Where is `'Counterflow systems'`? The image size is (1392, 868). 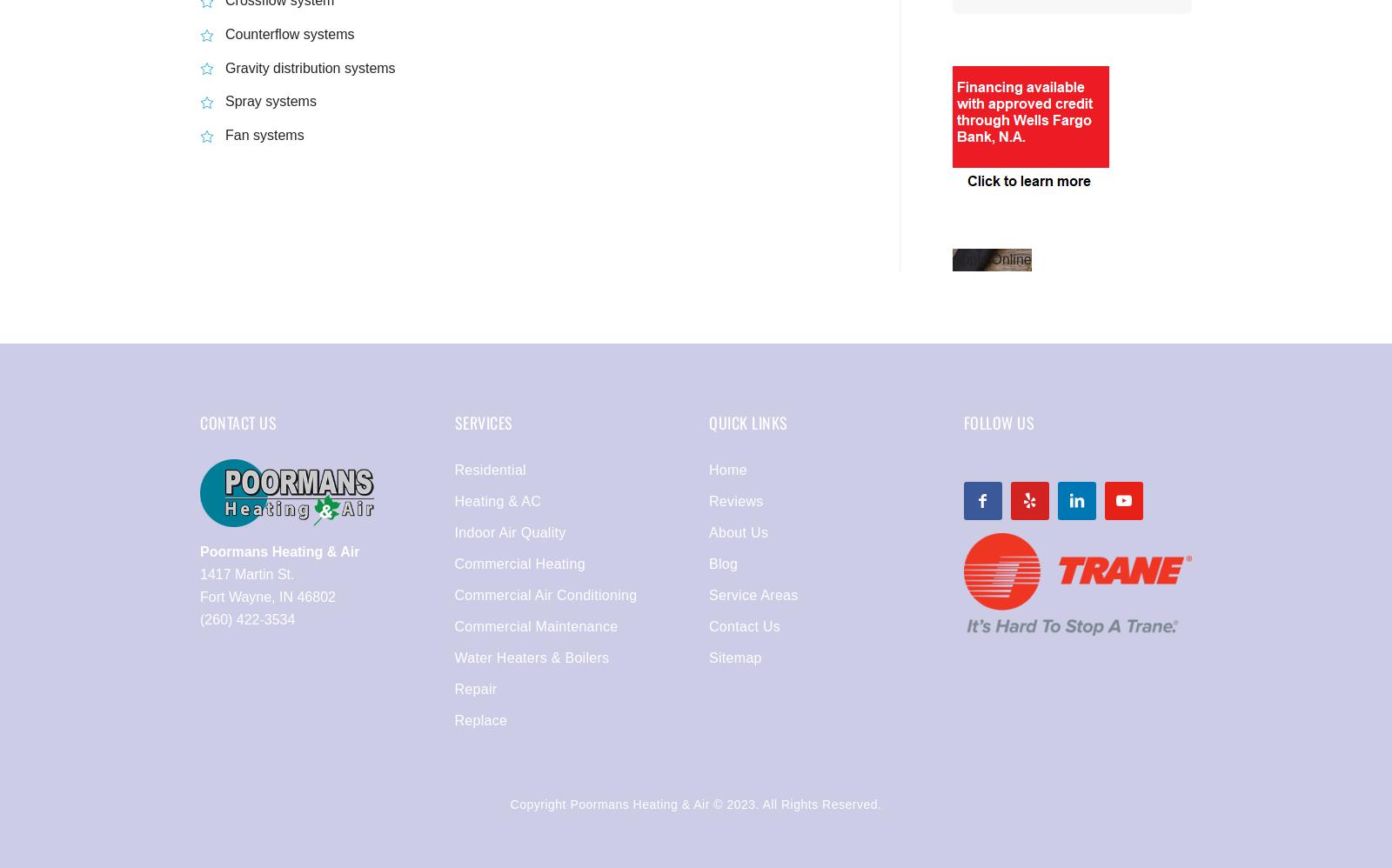
'Counterflow systems' is located at coordinates (289, 33).